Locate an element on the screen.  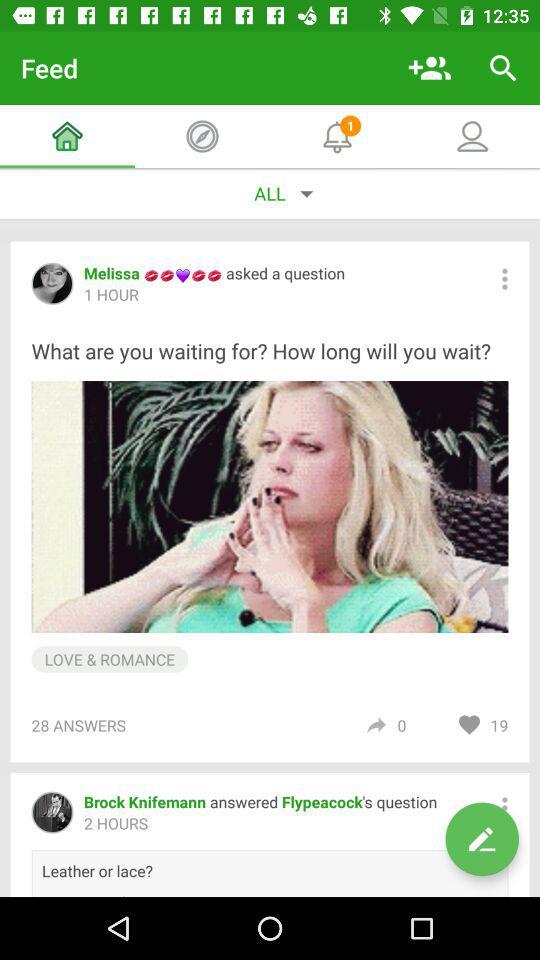
options is located at coordinates (503, 278).